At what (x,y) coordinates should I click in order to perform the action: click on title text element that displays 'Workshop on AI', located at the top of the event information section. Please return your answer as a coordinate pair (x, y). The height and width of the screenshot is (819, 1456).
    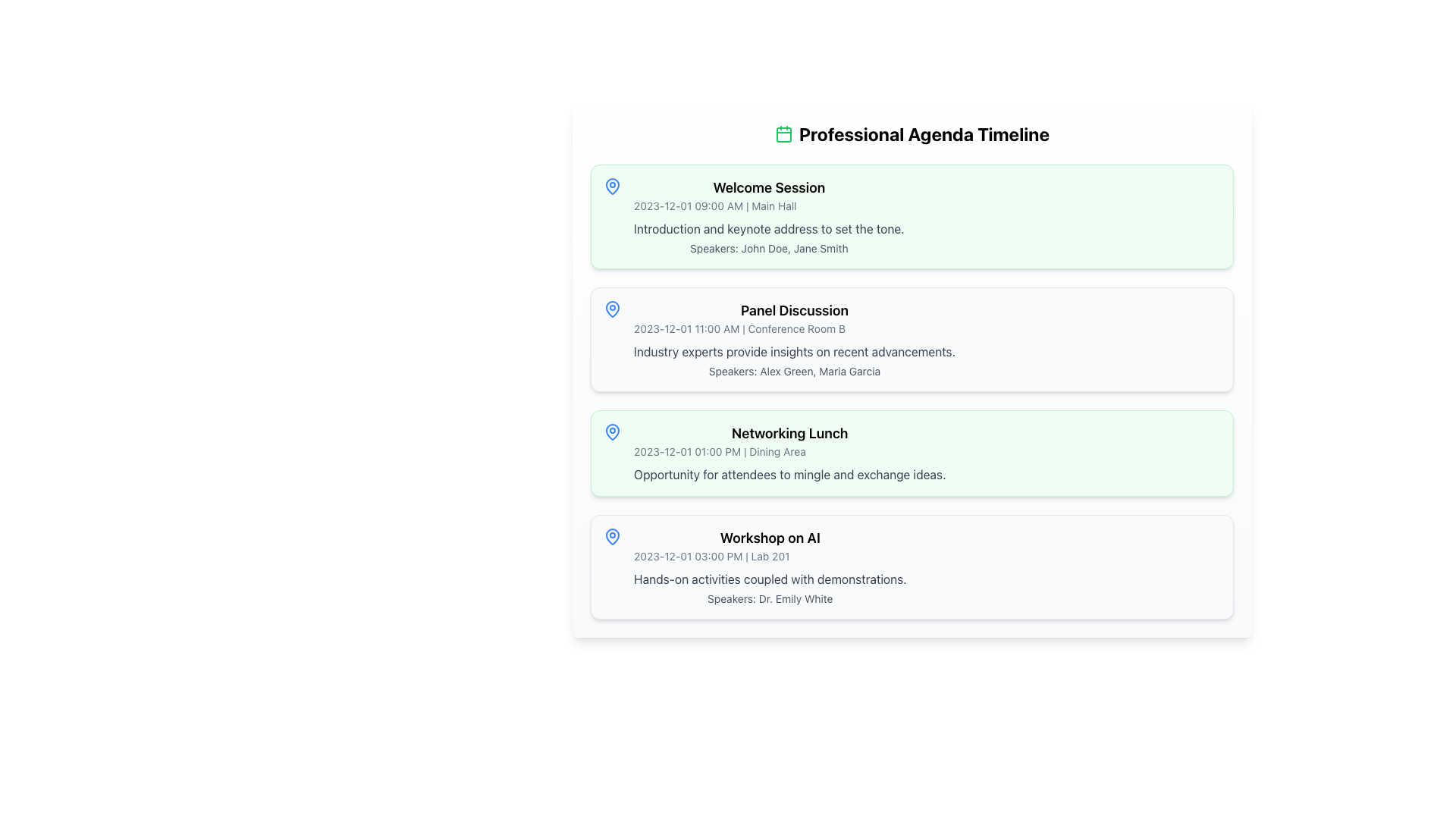
    Looking at the image, I should click on (770, 537).